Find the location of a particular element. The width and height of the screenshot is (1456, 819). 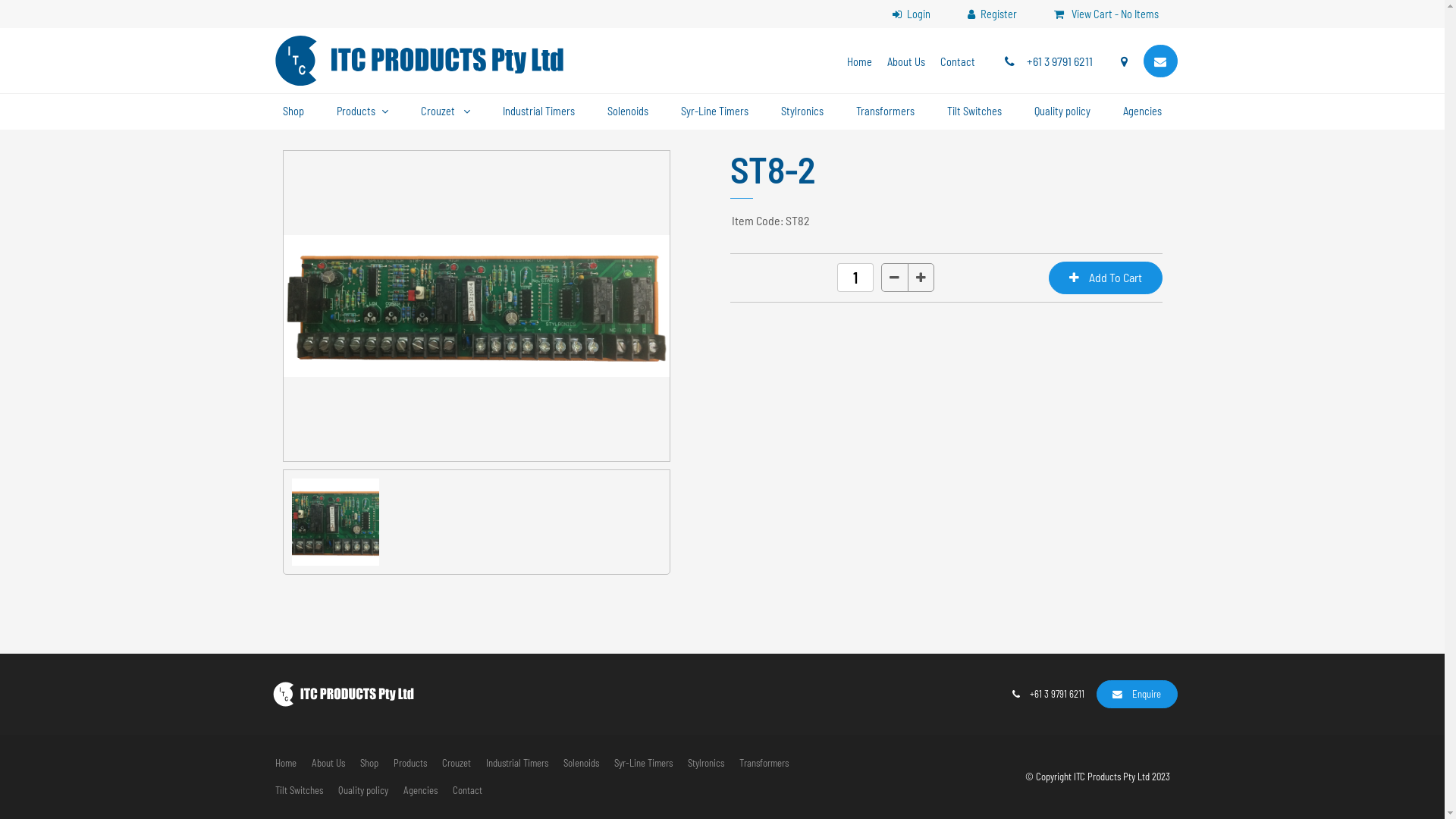

'Industrial Timers' is located at coordinates (516, 763).